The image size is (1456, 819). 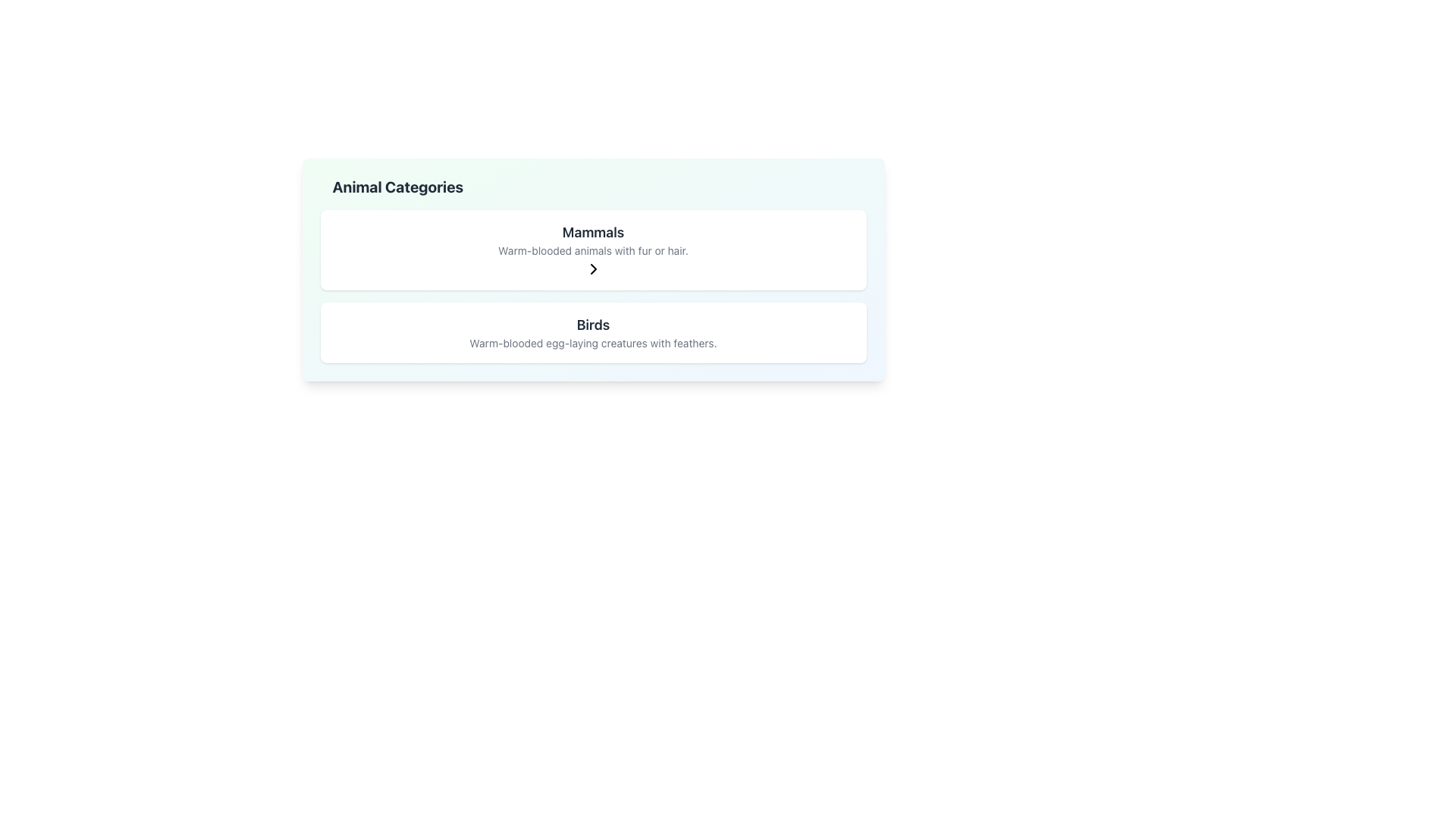 What do you see at coordinates (592, 268) in the screenshot?
I see `the Chevron icon located in the top-right corner of the 'Mammals' card in the 'Animal Categories' section` at bounding box center [592, 268].